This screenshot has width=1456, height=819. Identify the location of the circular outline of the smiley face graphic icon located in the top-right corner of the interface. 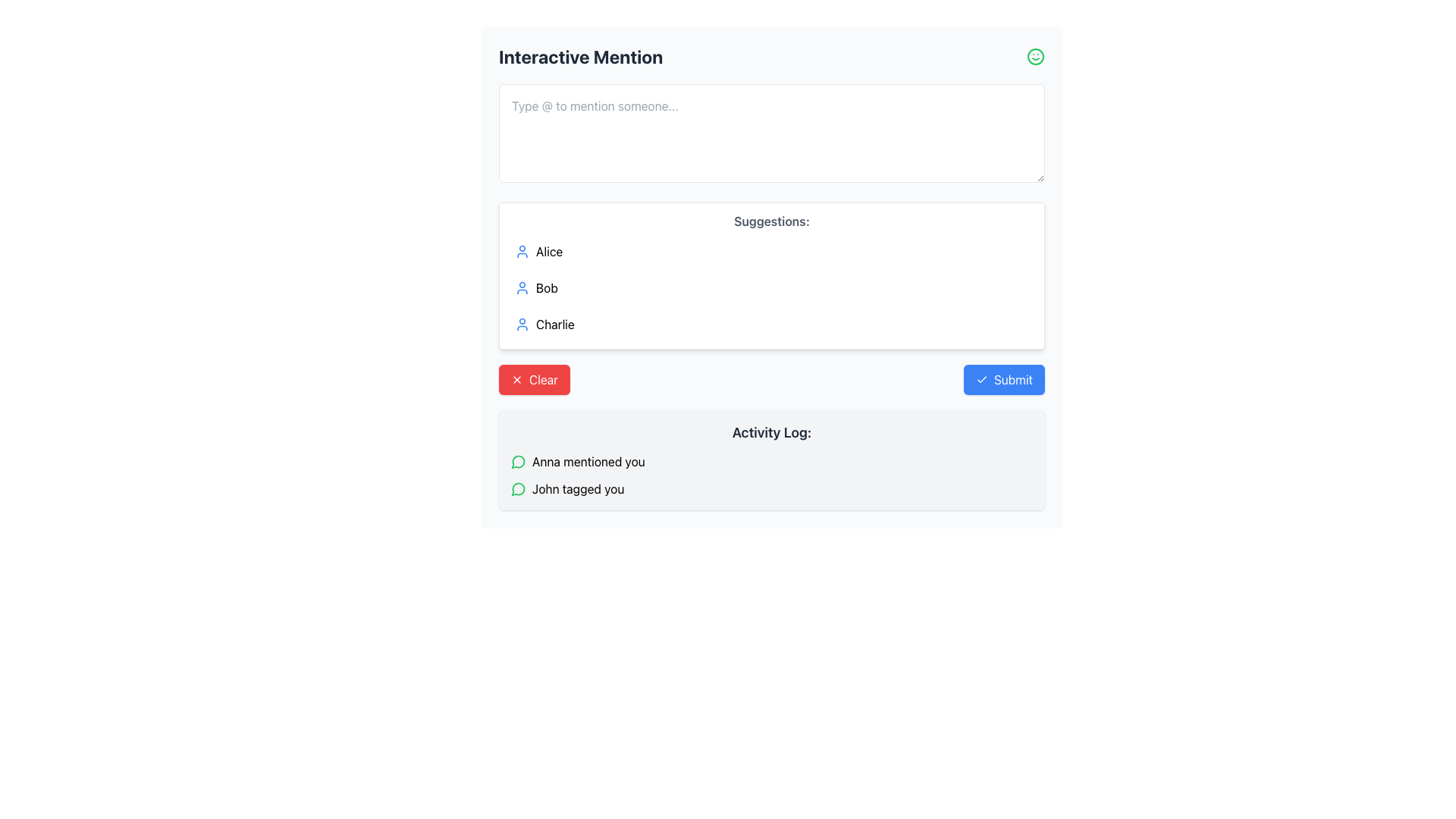
(1035, 55).